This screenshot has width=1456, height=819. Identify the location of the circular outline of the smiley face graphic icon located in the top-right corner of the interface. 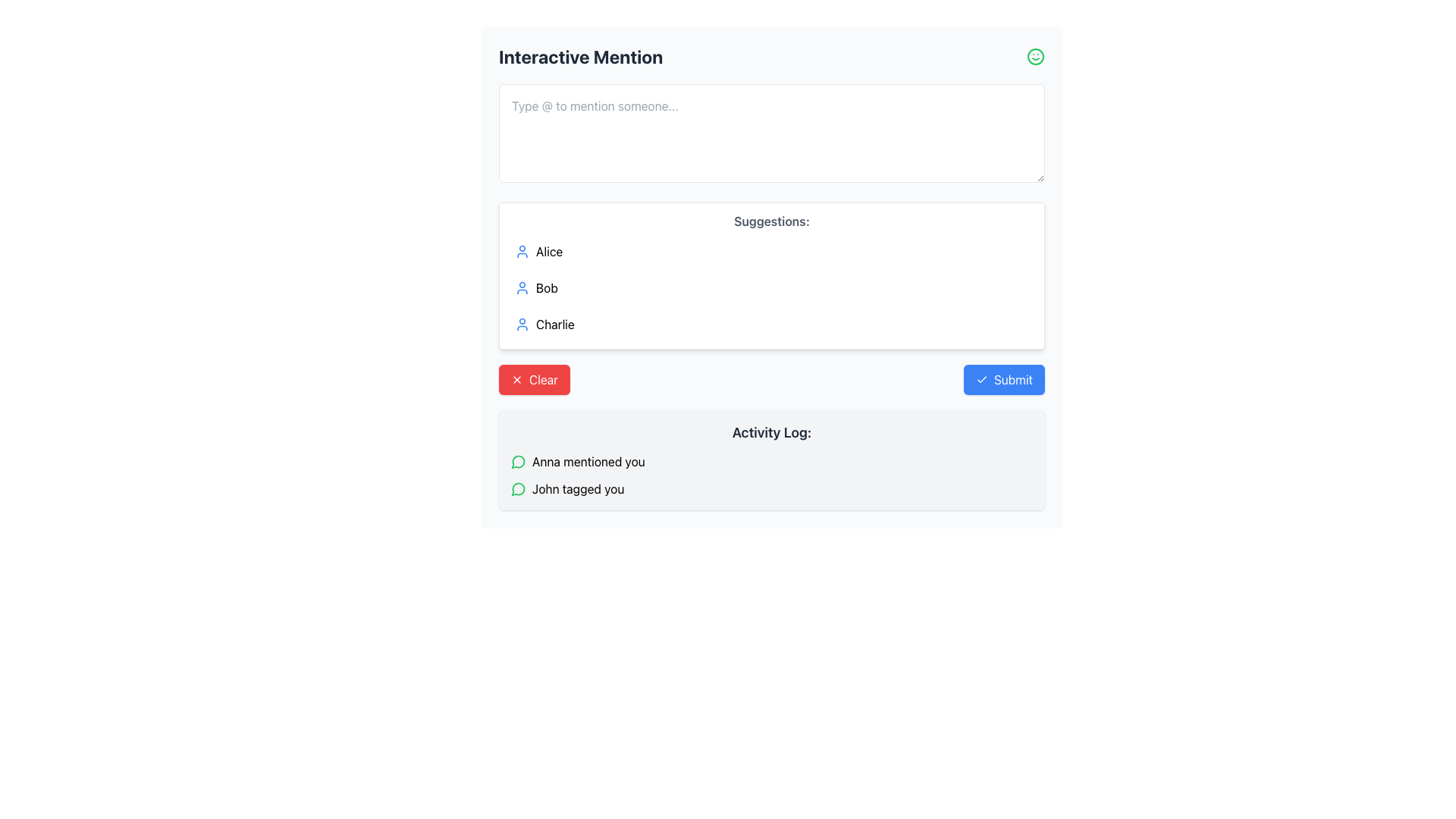
(1035, 55).